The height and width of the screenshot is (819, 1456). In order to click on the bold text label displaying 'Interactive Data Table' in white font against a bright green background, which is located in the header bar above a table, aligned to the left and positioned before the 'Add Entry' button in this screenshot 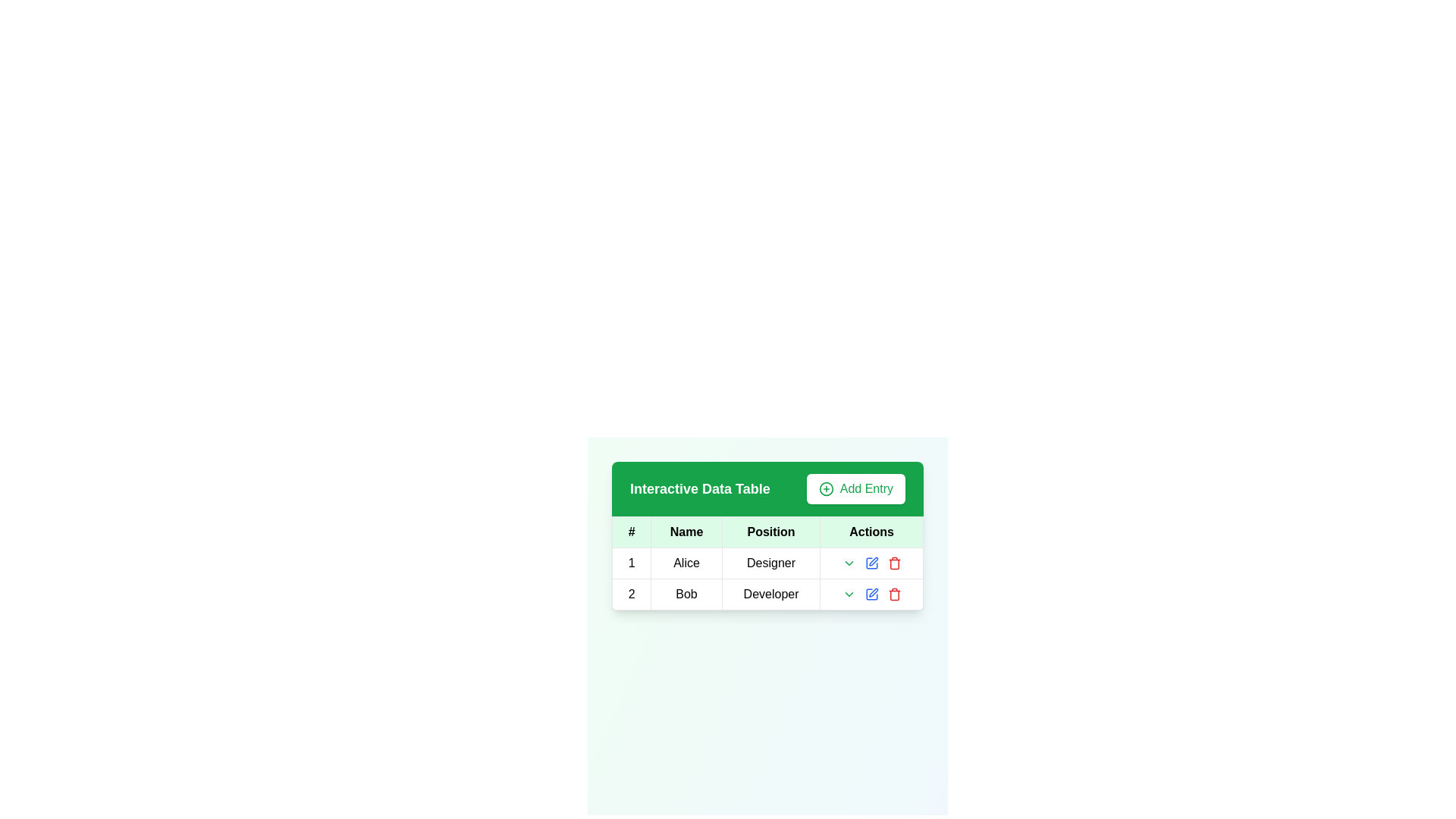, I will do `click(699, 488)`.